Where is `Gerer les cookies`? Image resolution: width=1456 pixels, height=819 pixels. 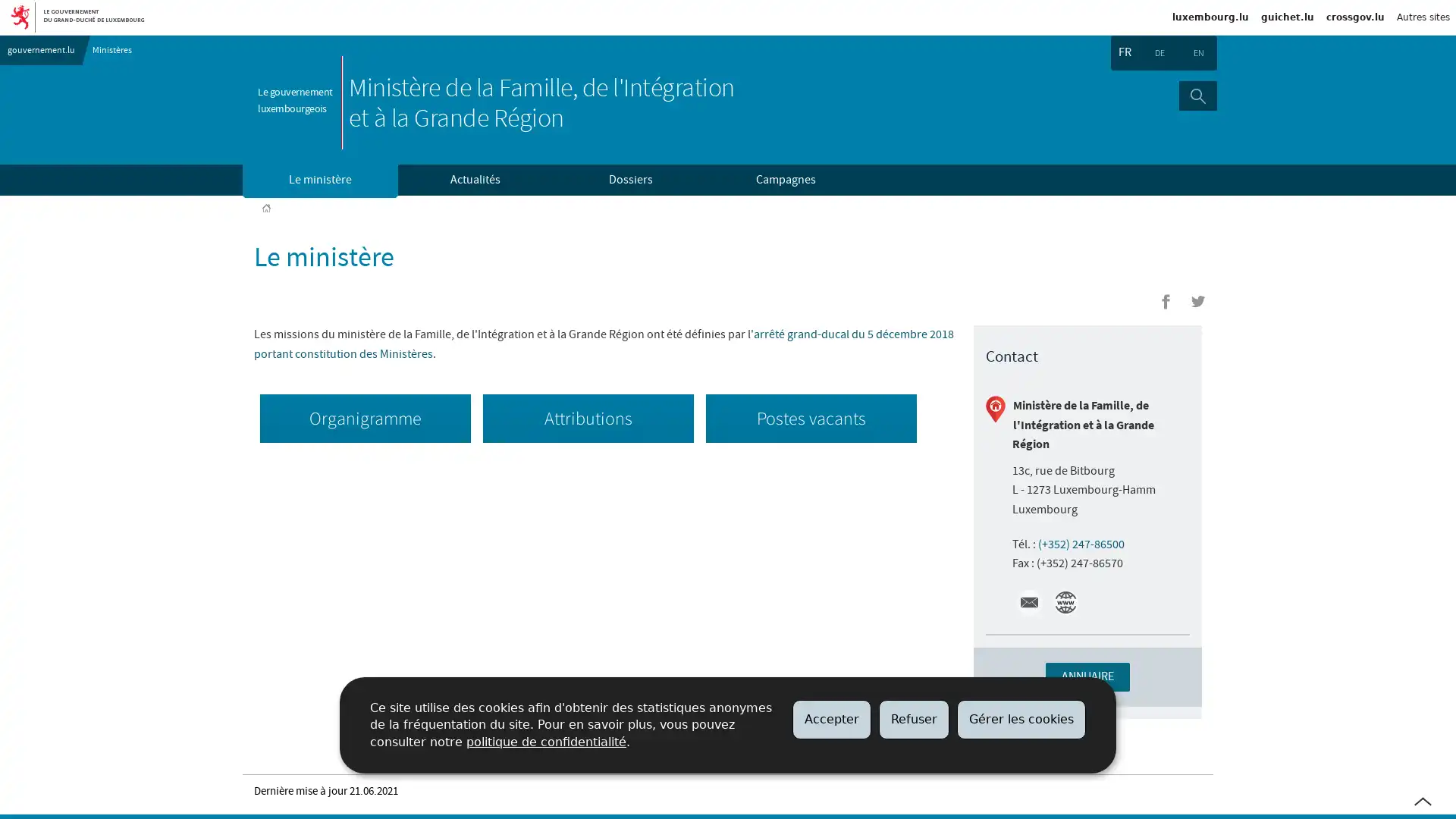 Gerer les cookies is located at coordinates (1021, 718).